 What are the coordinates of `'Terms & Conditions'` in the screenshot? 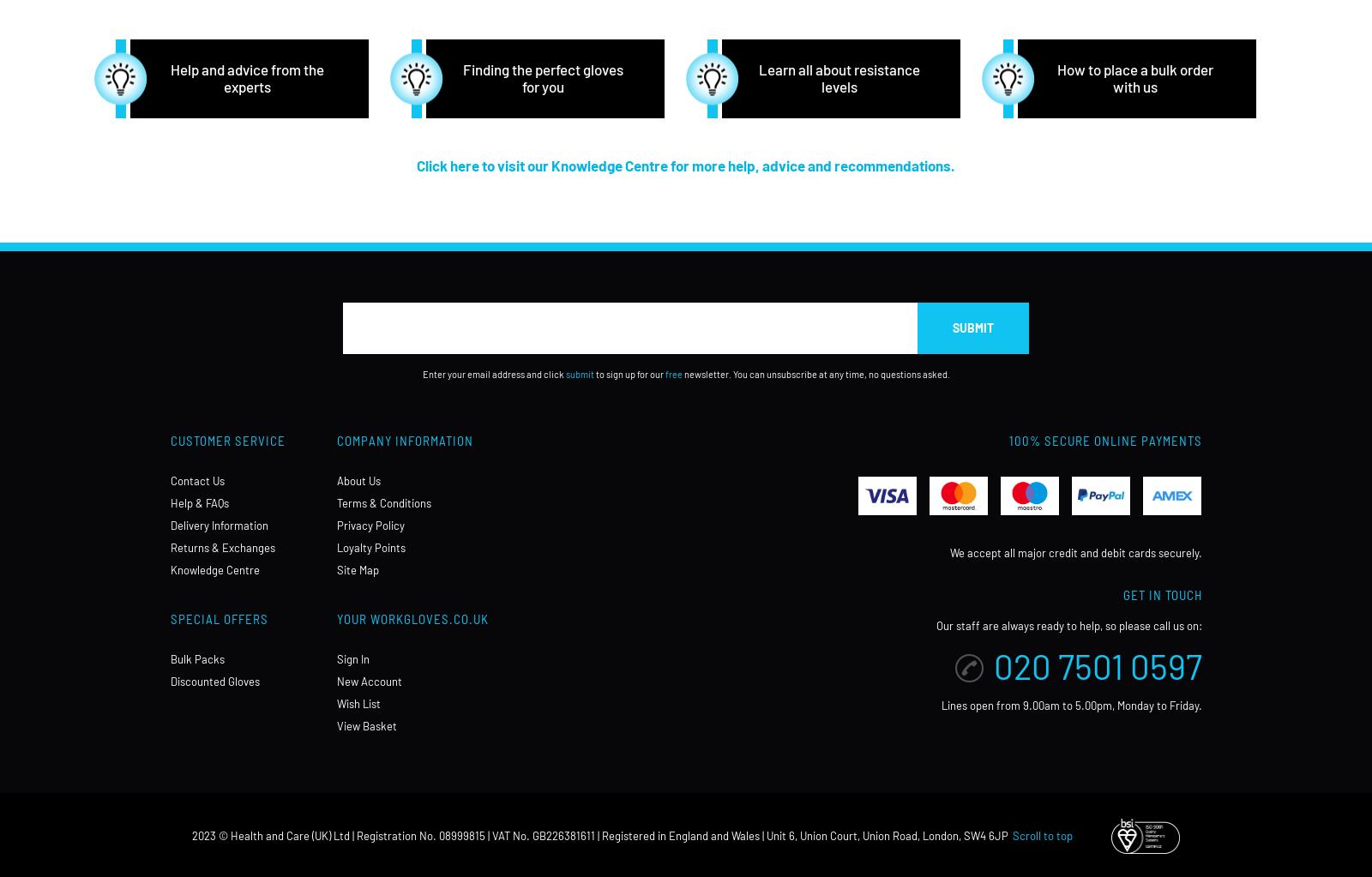 It's located at (382, 502).